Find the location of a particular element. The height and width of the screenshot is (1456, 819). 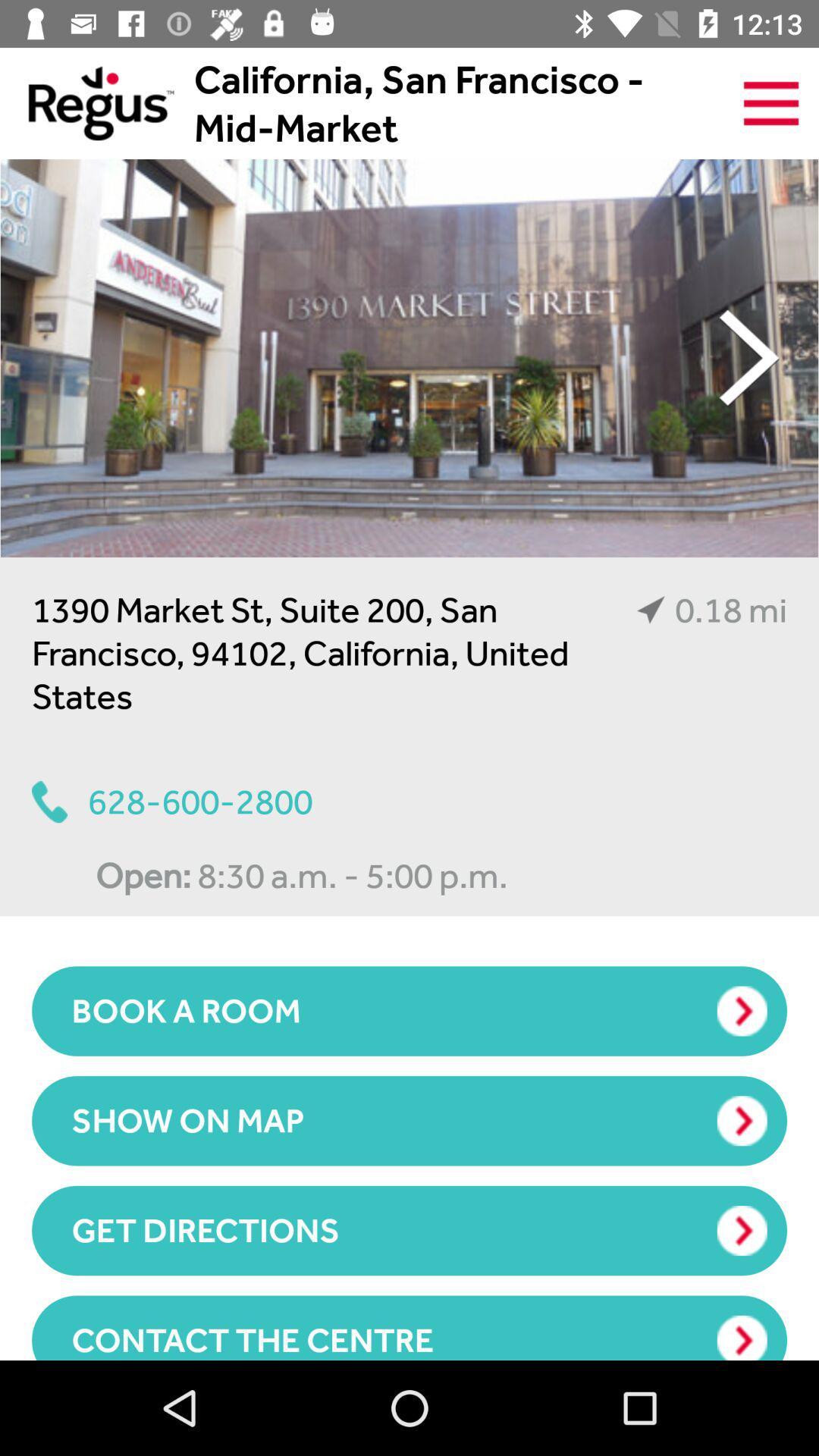

next image is located at coordinates (748, 357).